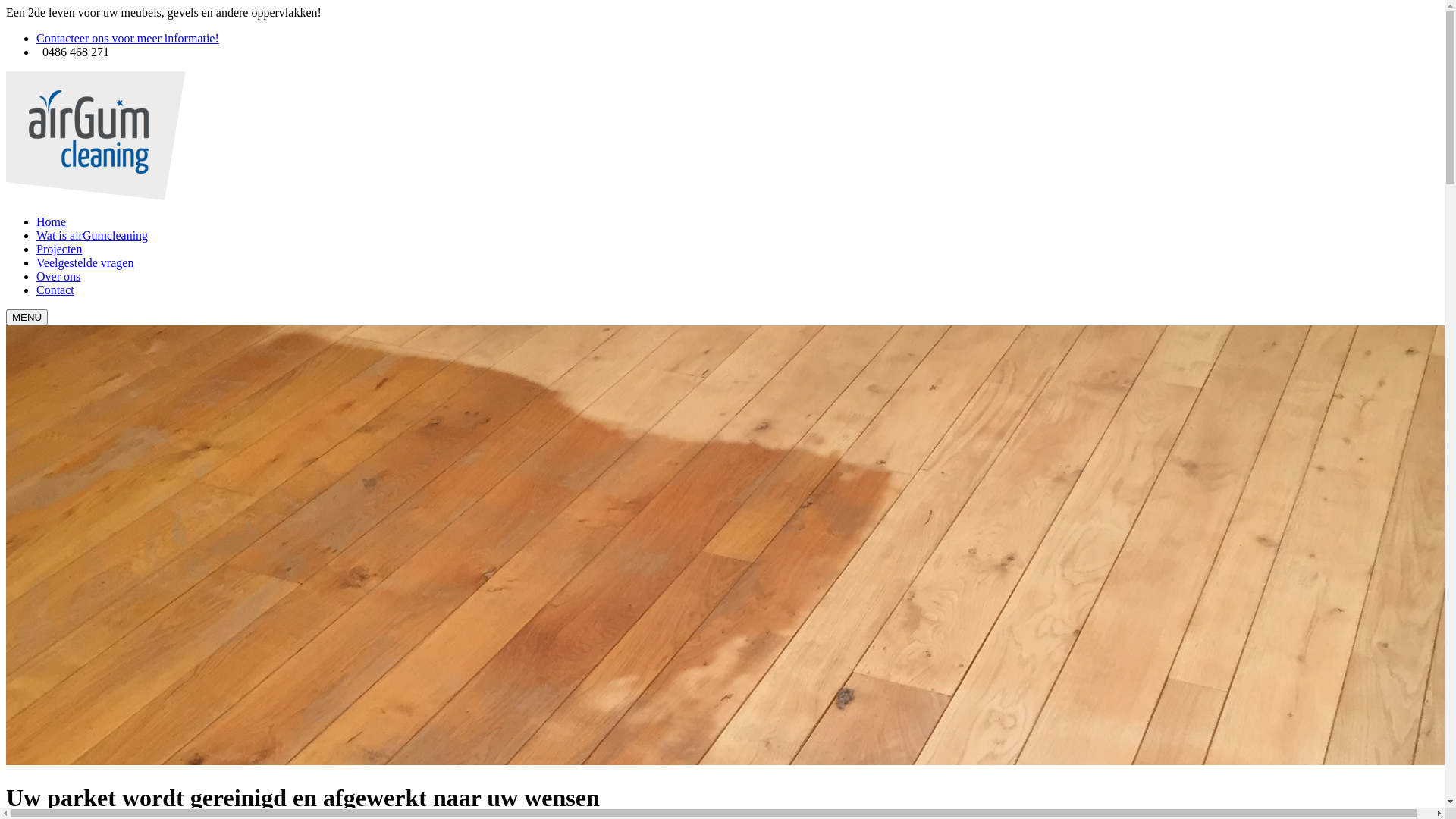 The height and width of the screenshot is (819, 1456). I want to click on 'Contacteer ons voor meer informatie!', so click(127, 37).